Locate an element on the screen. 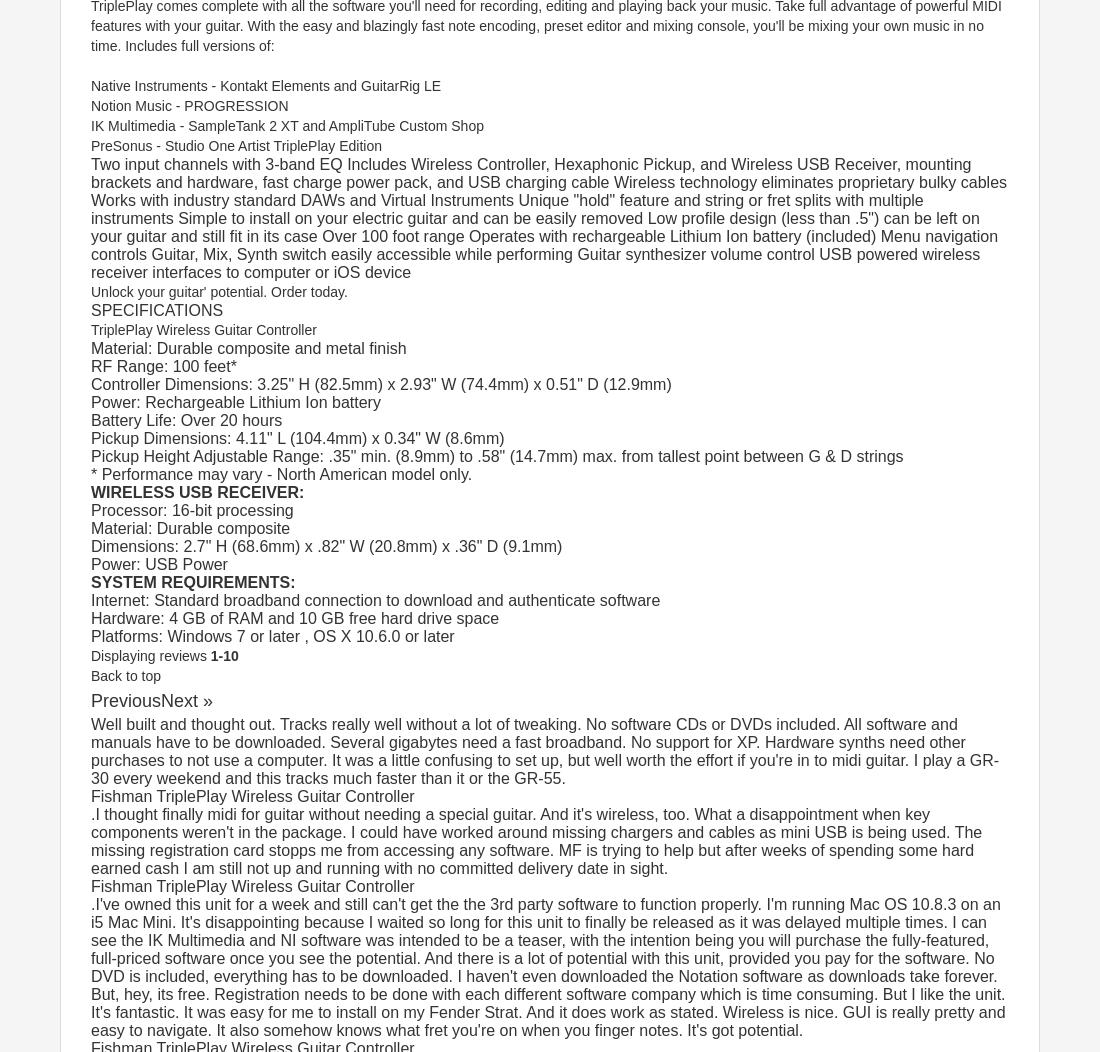 The image size is (1100, 1052). 'Power: Rechargeable Lithium Ion battery' is located at coordinates (90, 401).